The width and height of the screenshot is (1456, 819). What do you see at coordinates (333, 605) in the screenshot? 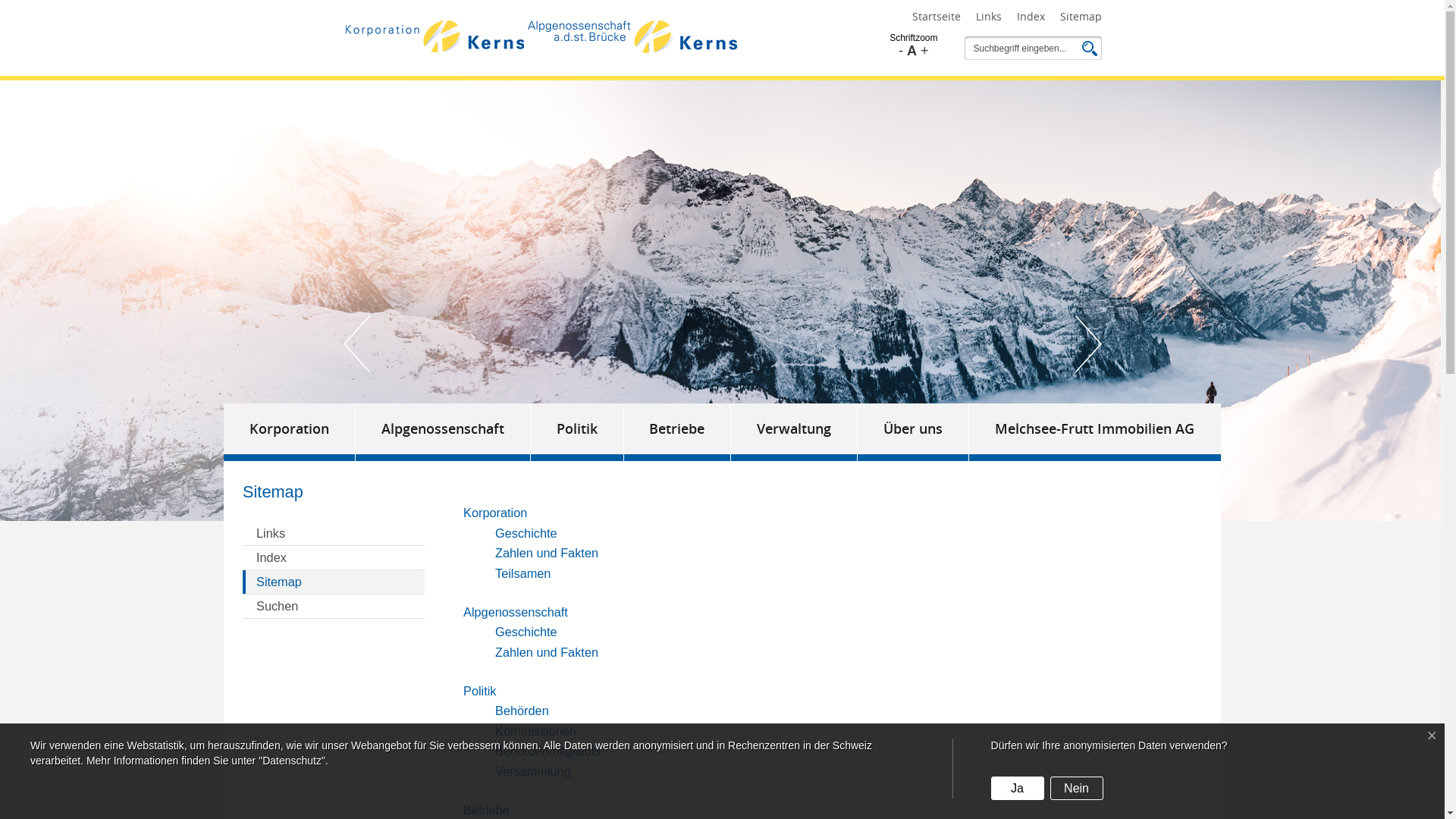
I see `'Suchen'` at bounding box center [333, 605].